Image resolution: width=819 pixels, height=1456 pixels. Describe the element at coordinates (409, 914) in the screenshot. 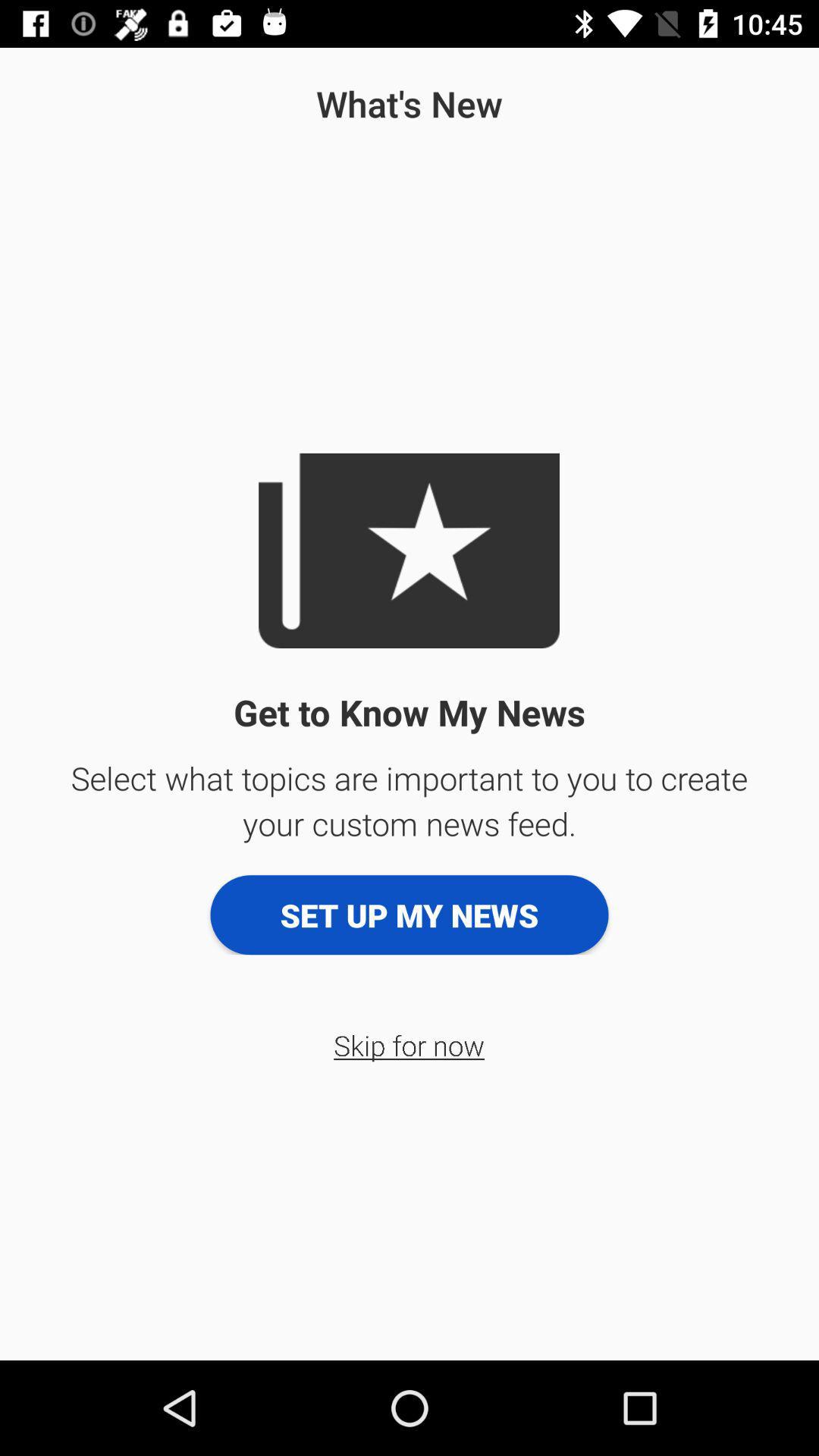

I see `the set up my` at that location.